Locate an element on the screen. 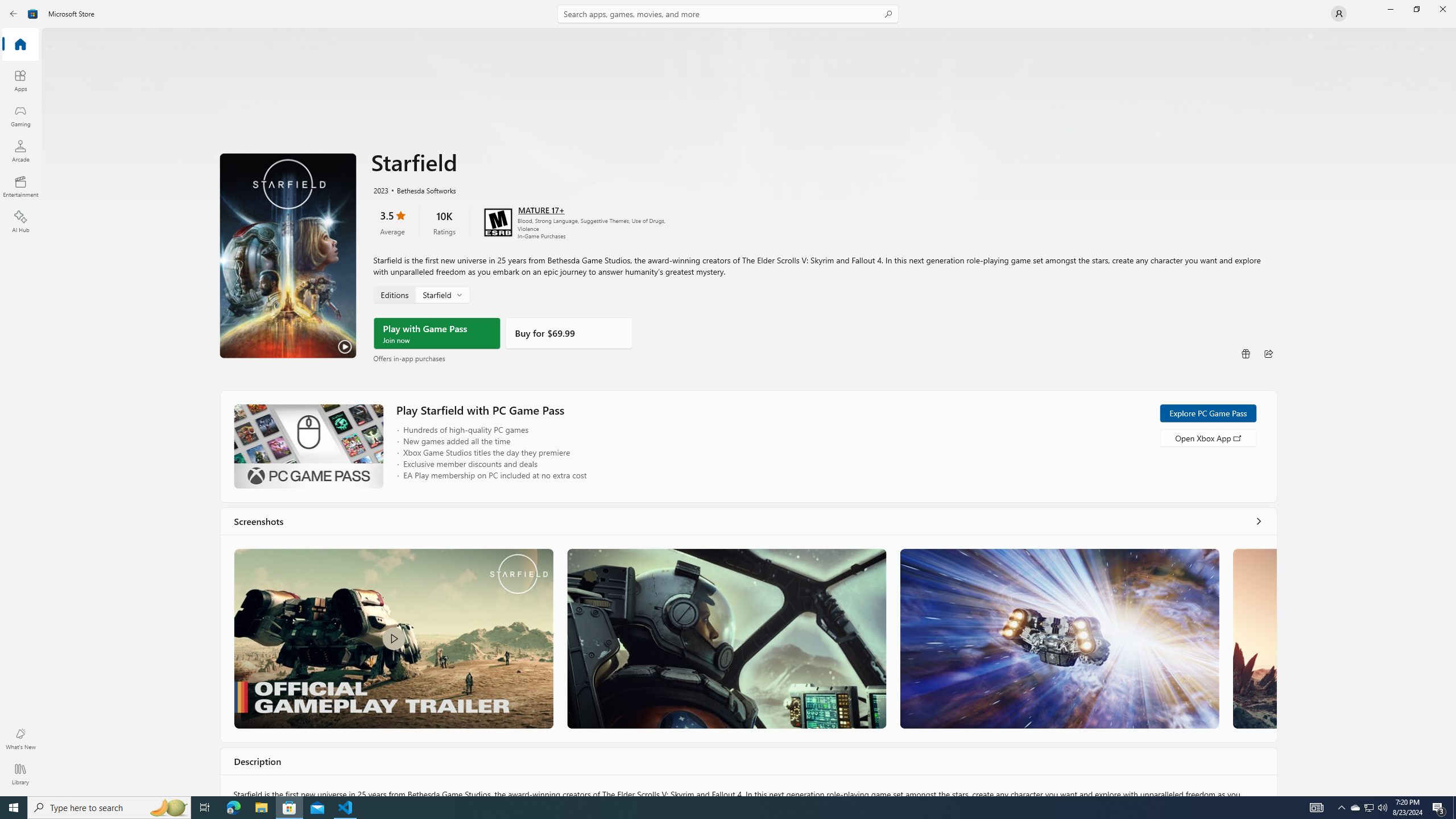  'Arcade' is located at coordinates (19, 150).